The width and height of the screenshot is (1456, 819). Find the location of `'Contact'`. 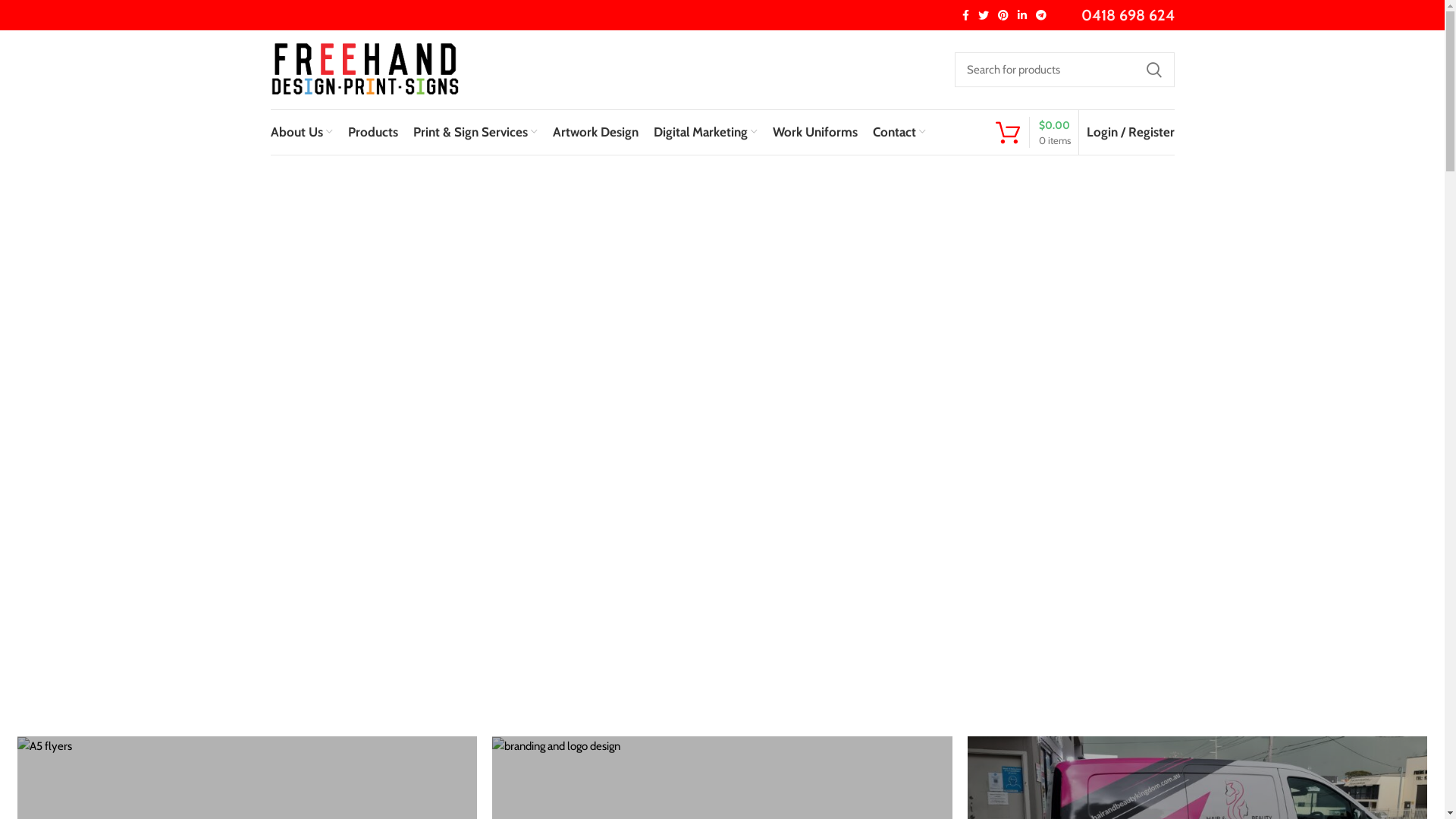

'Contact' is located at coordinates (899, 130).